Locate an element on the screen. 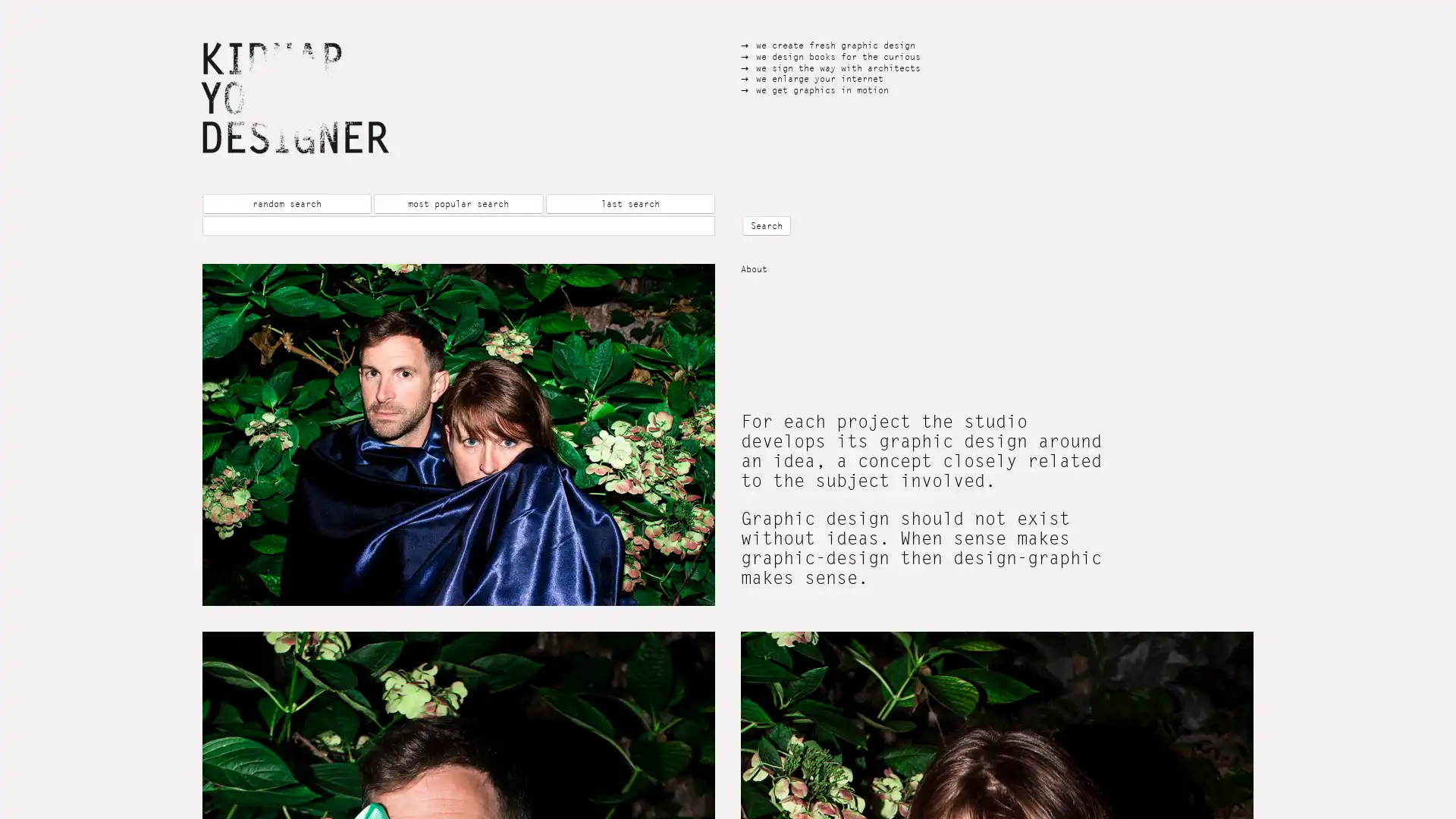 The height and width of the screenshot is (819, 1456). random search is located at coordinates (287, 203).